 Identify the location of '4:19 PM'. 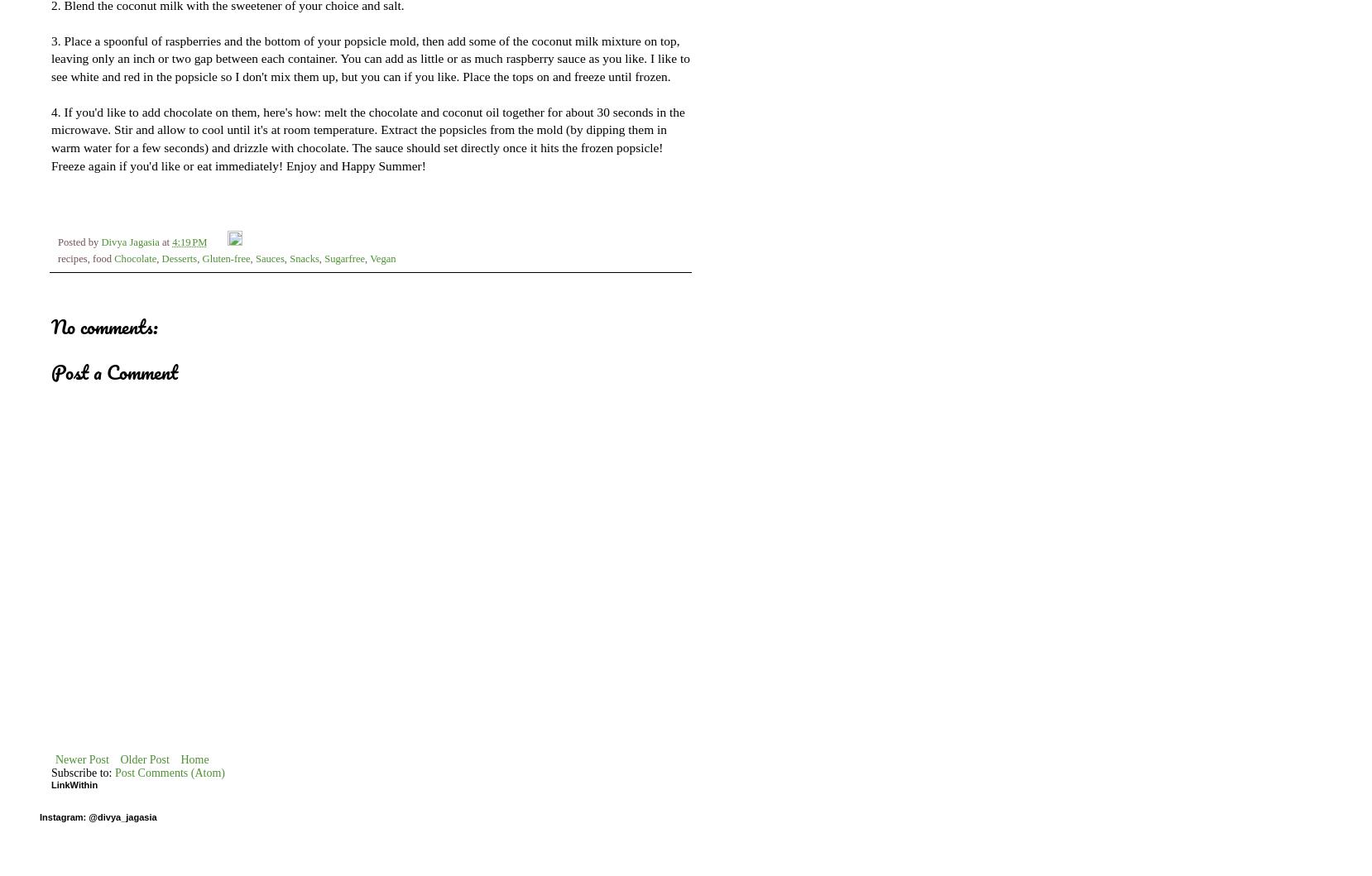
(189, 242).